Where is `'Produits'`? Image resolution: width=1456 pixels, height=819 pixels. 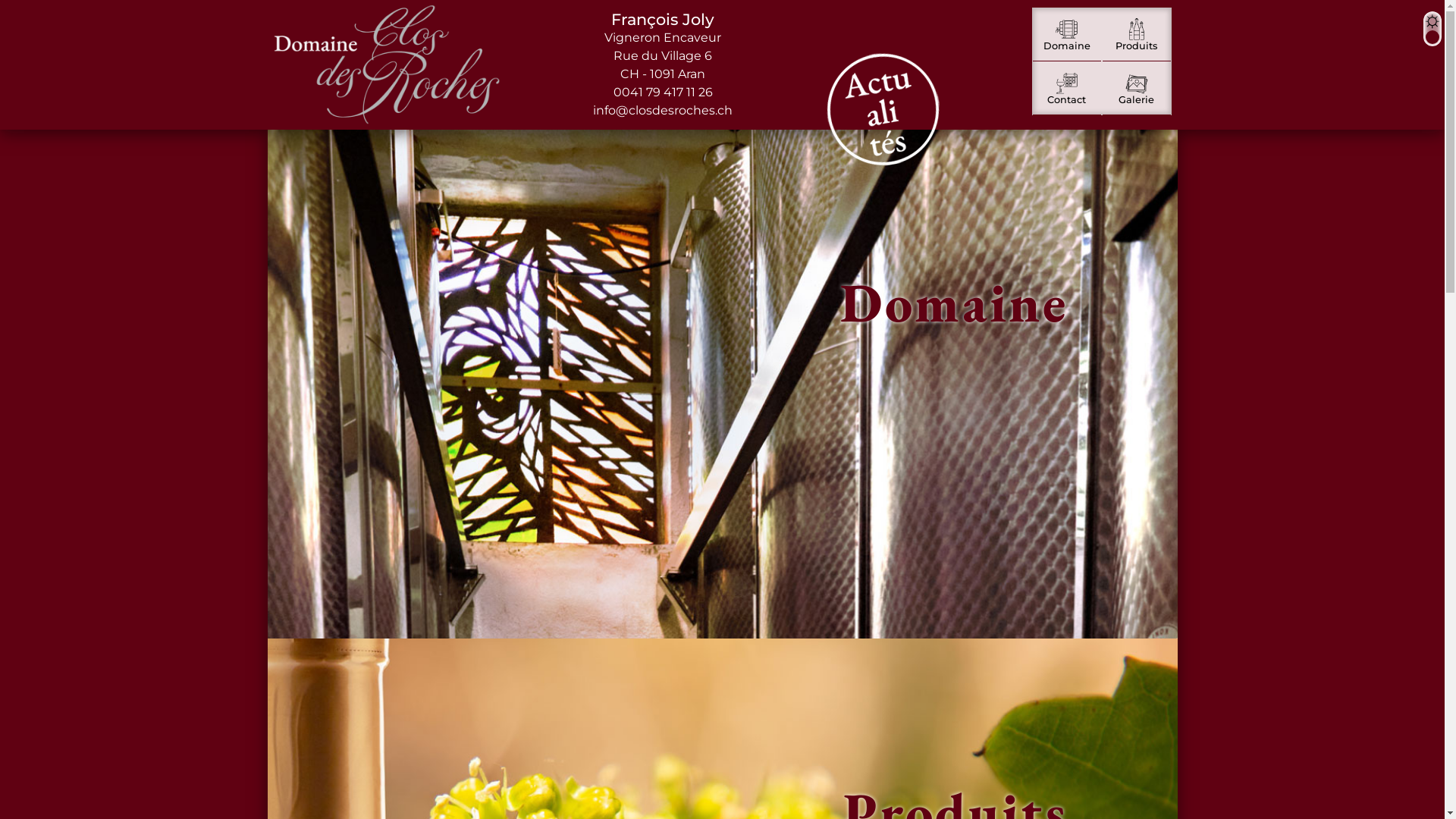 'Produits' is located at coordinates (1136, 34).